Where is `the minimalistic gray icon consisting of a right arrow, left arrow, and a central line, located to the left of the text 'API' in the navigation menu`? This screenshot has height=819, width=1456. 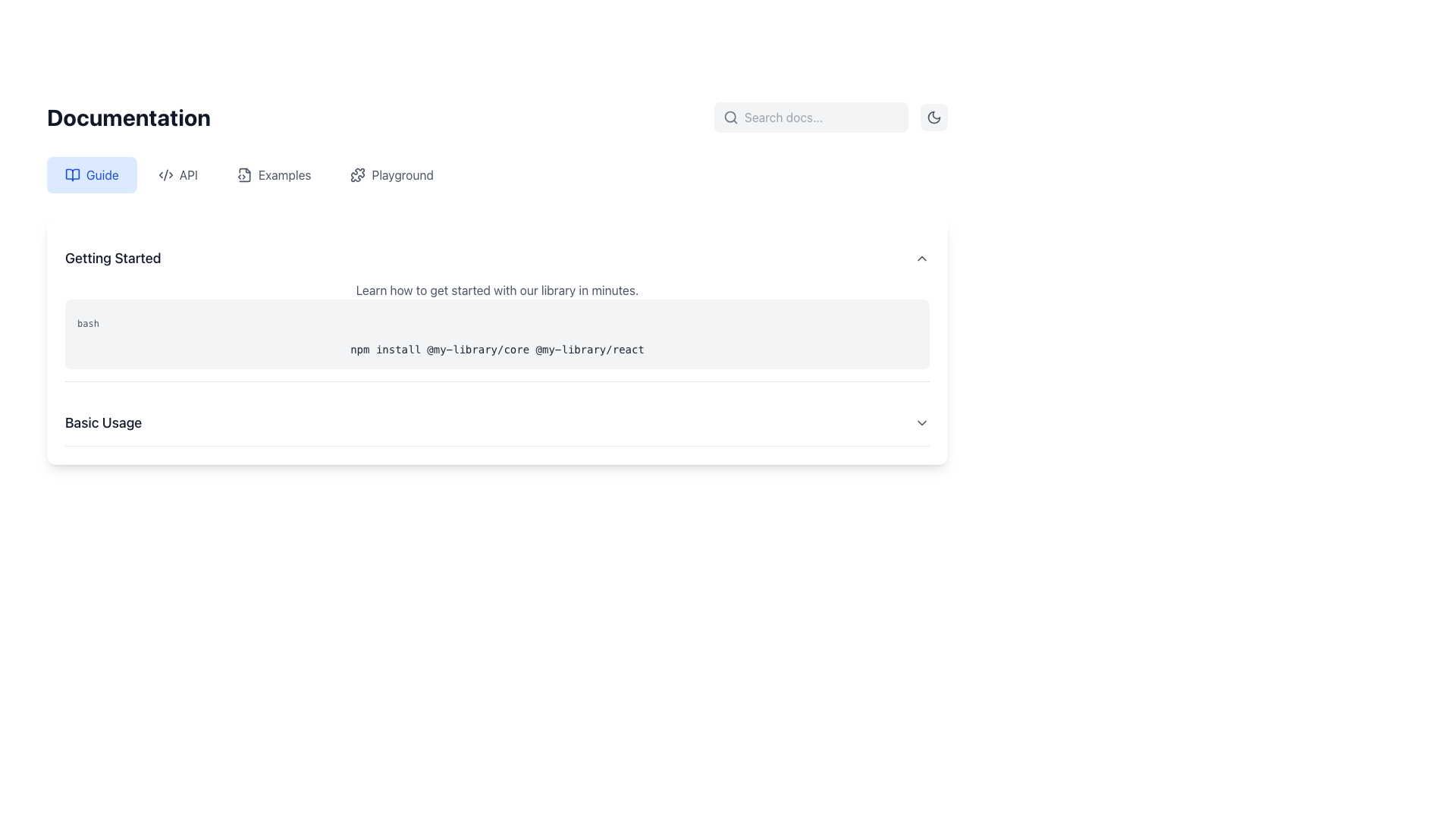
the minimalistic gray icon consisting of a right arrow, left arrow, and a central line, located to the left of the text 'API' in the navigation menu is located at coordinates (165, 174).